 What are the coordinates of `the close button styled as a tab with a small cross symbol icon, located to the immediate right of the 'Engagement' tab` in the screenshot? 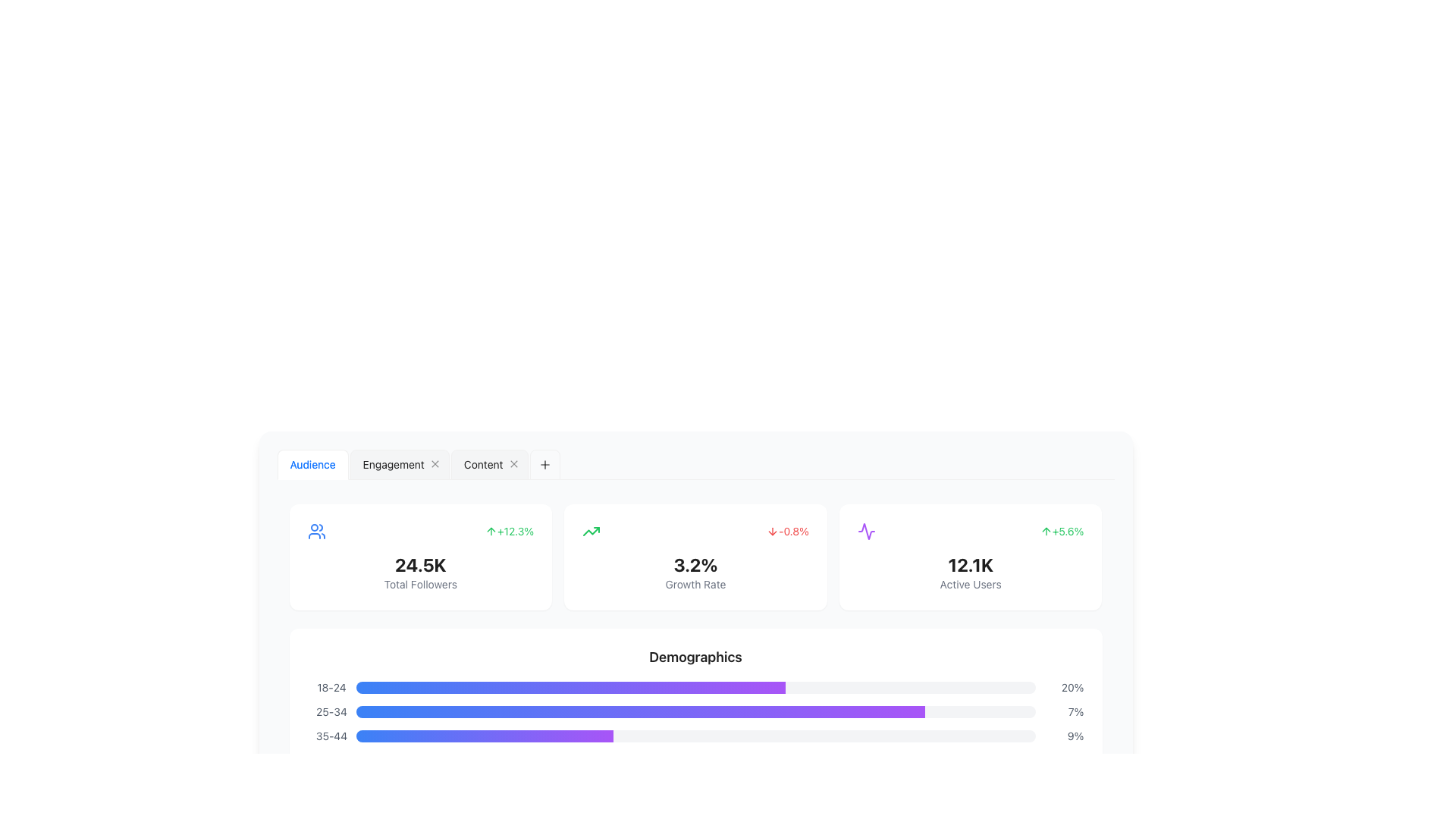 It's located at (434, 464).